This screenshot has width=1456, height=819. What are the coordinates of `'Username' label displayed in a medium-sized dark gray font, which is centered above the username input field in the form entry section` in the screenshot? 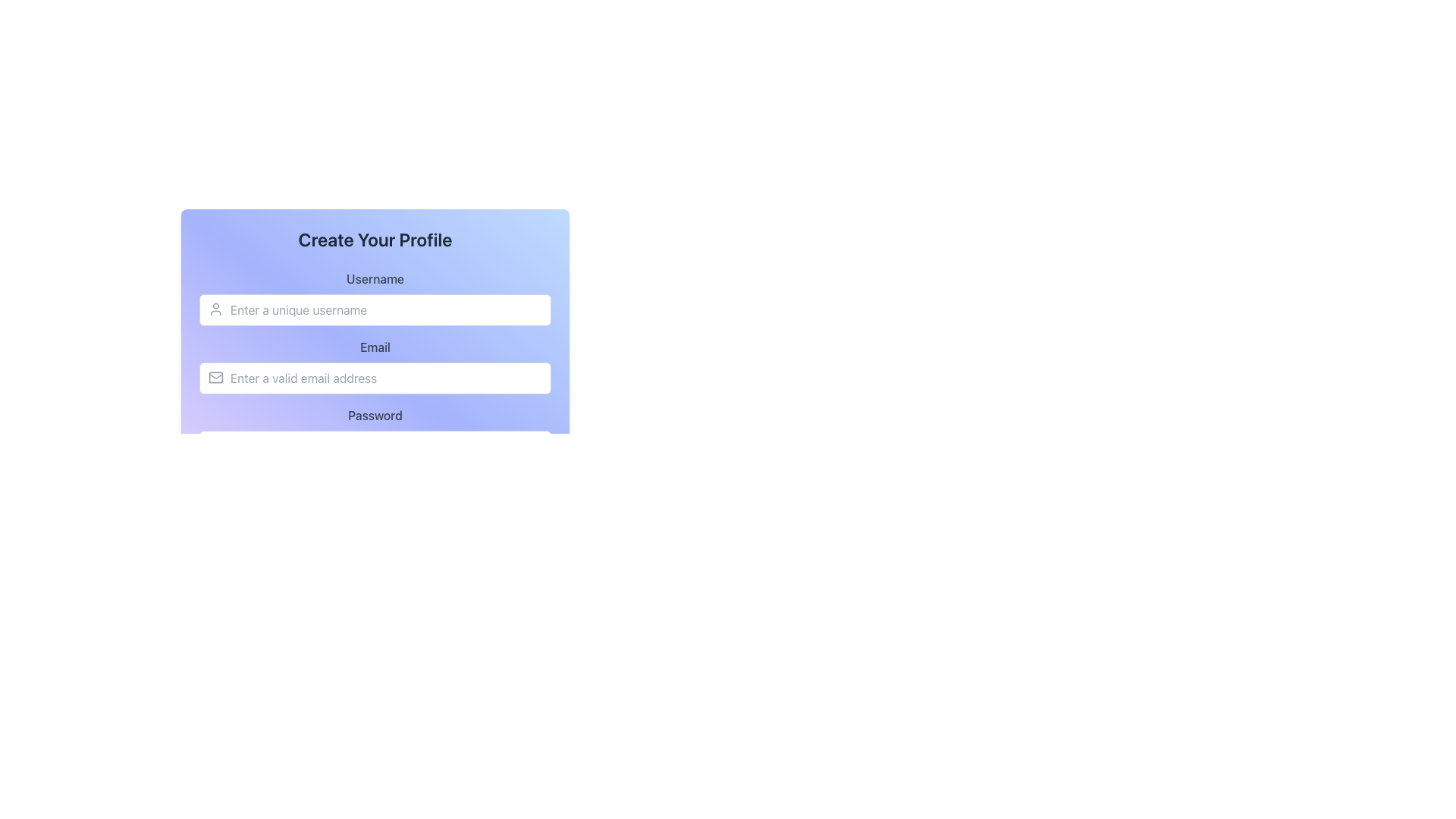 It's located at (375, 278).